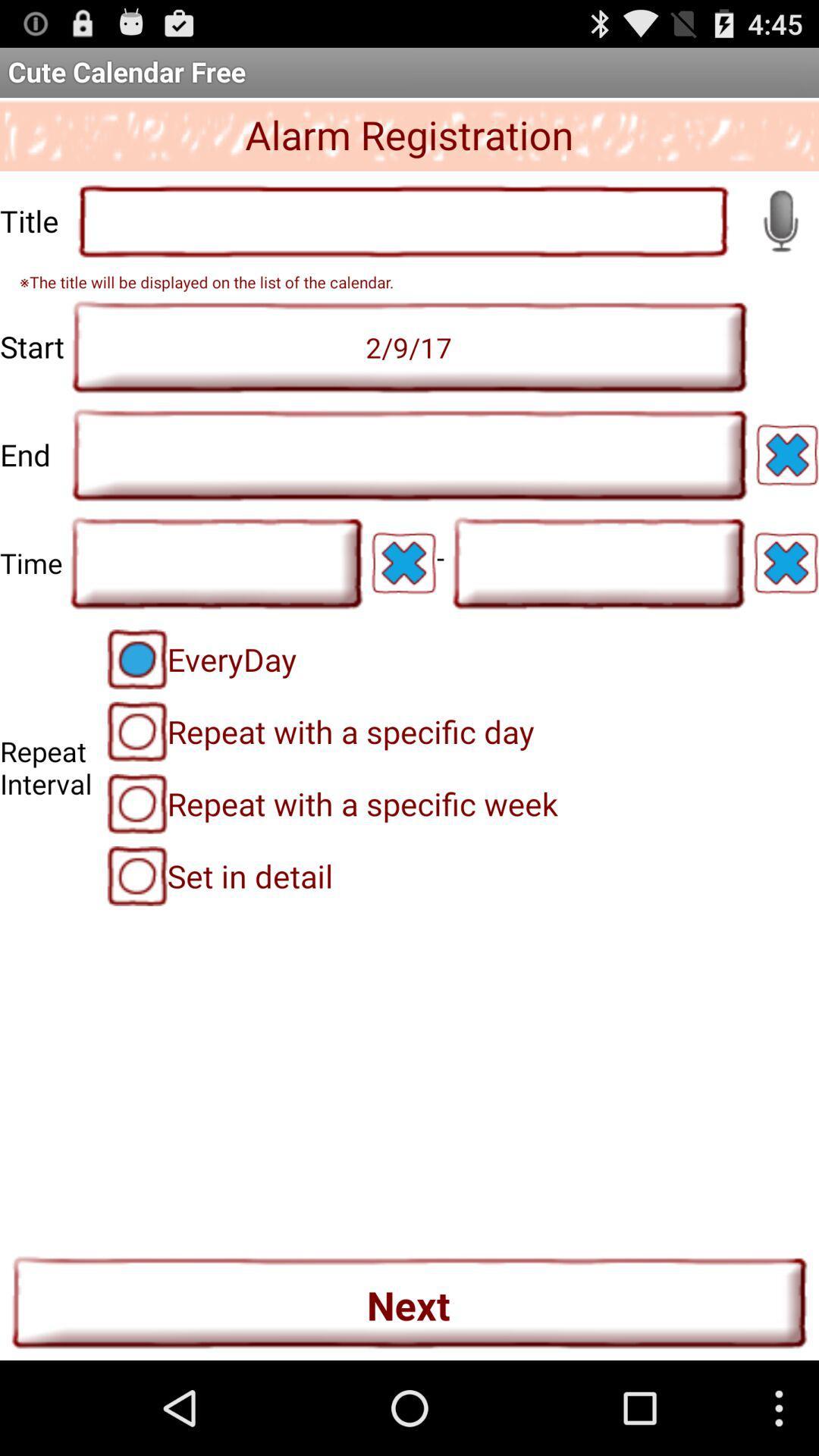 The image size is (819, 1456). I want to click on end date, so click(409, 454).